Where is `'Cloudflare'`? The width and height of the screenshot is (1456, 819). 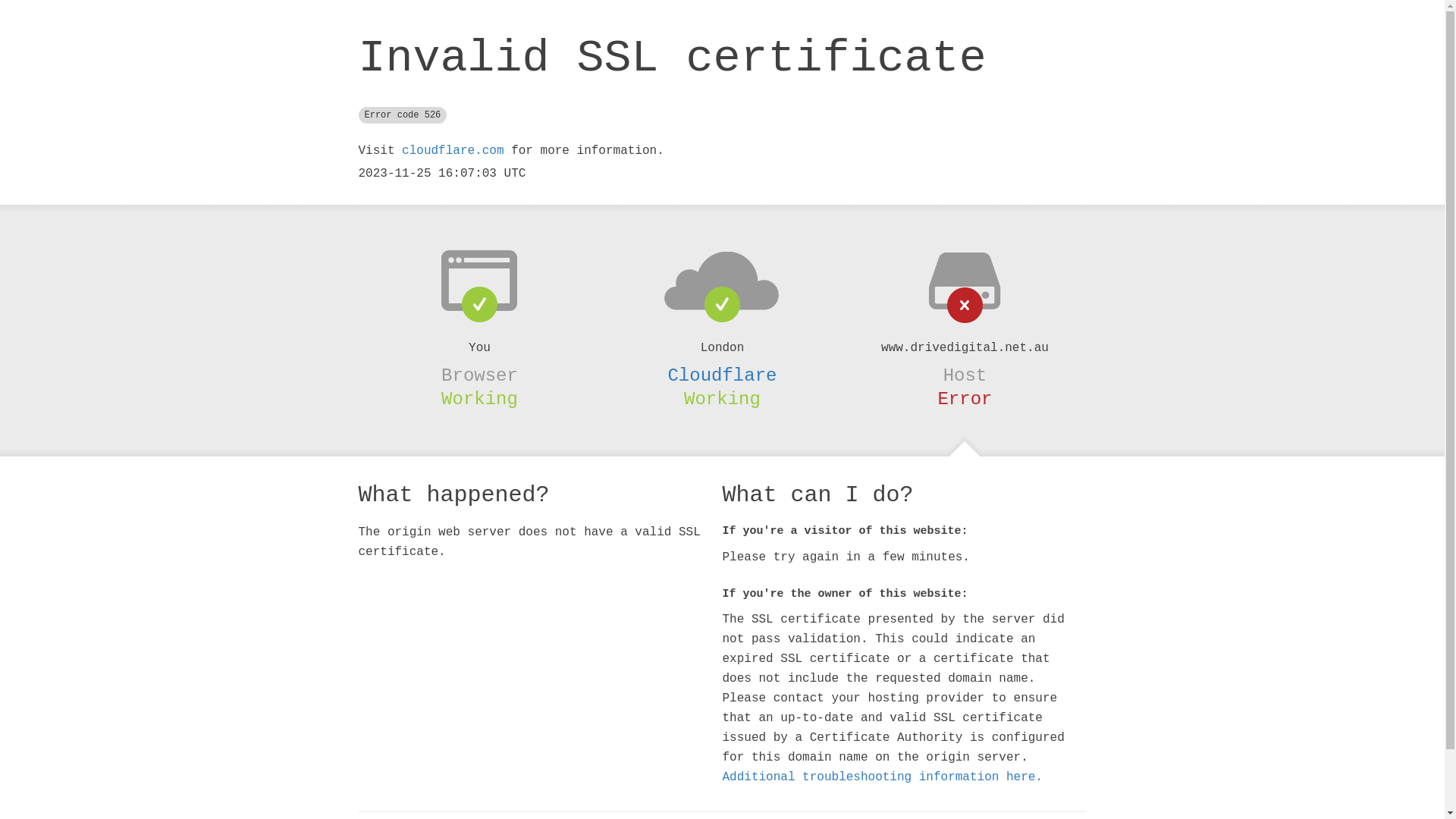
'Cloudflare' is located at coordinates (720, 375).